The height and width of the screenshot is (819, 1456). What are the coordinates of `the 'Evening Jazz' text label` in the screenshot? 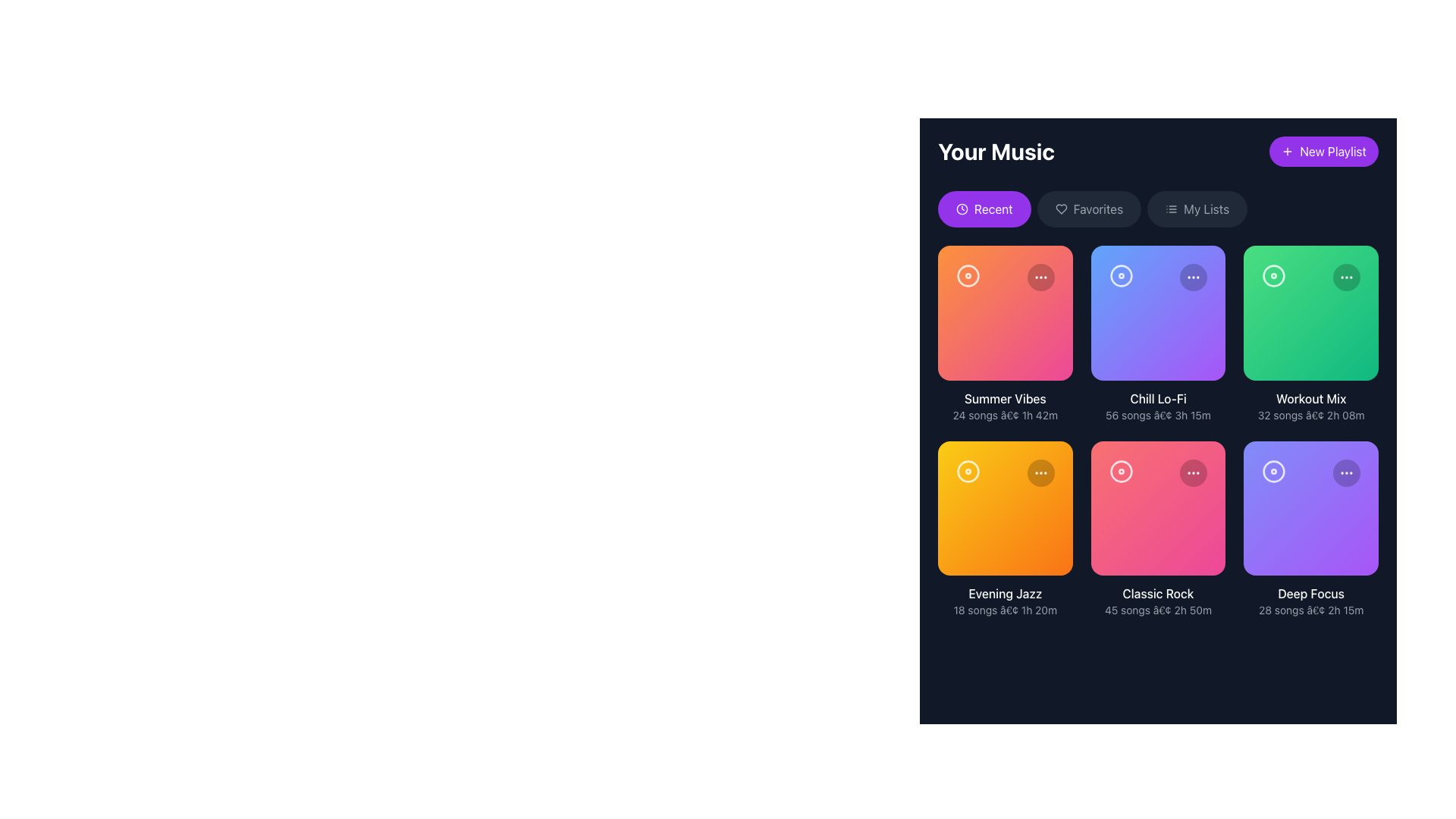 It's located at (1005, 593).